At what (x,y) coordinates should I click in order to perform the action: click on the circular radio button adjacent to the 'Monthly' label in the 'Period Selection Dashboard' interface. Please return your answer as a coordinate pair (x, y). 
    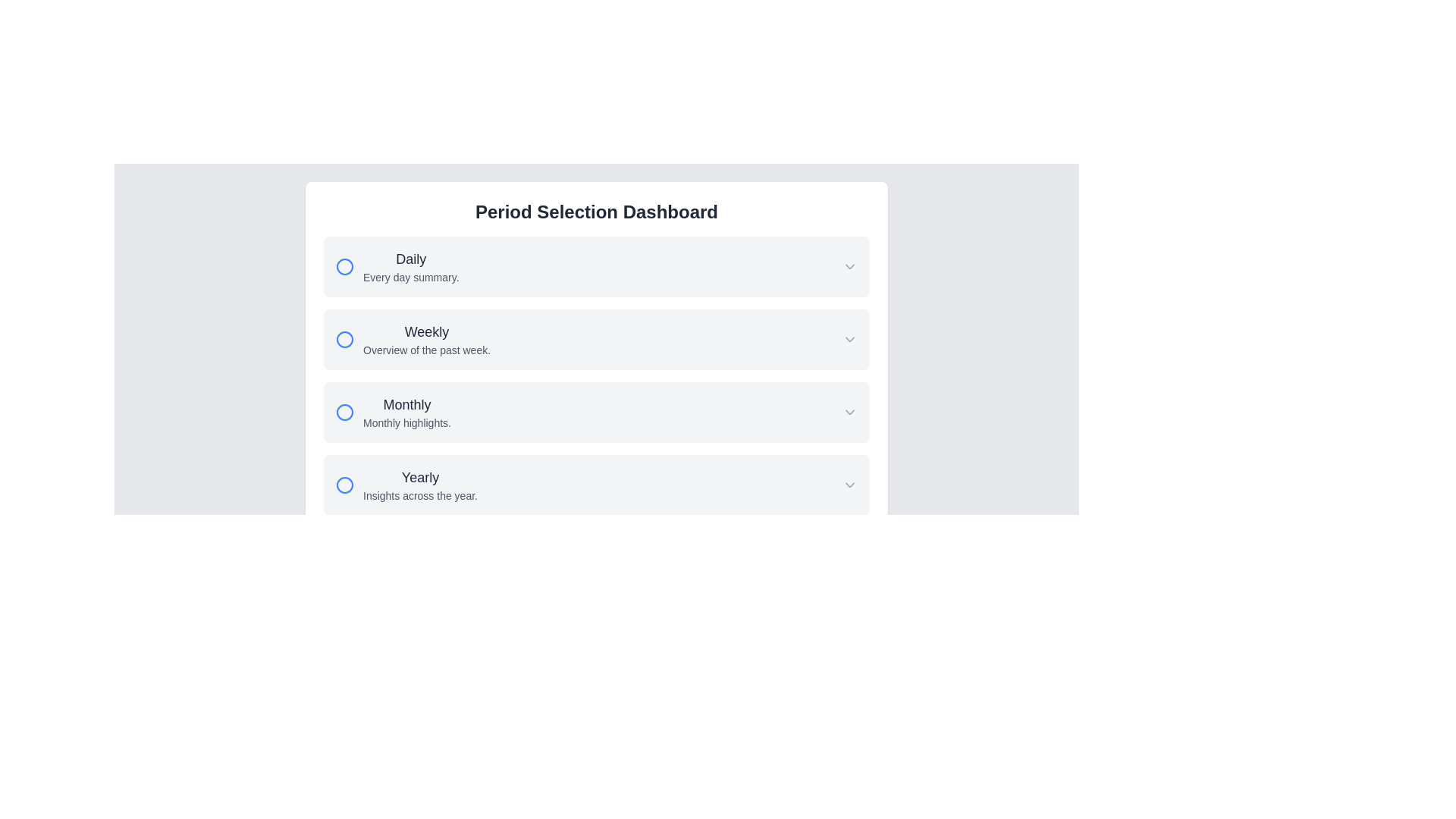
    Looking at the image, I should click on (344, 412).